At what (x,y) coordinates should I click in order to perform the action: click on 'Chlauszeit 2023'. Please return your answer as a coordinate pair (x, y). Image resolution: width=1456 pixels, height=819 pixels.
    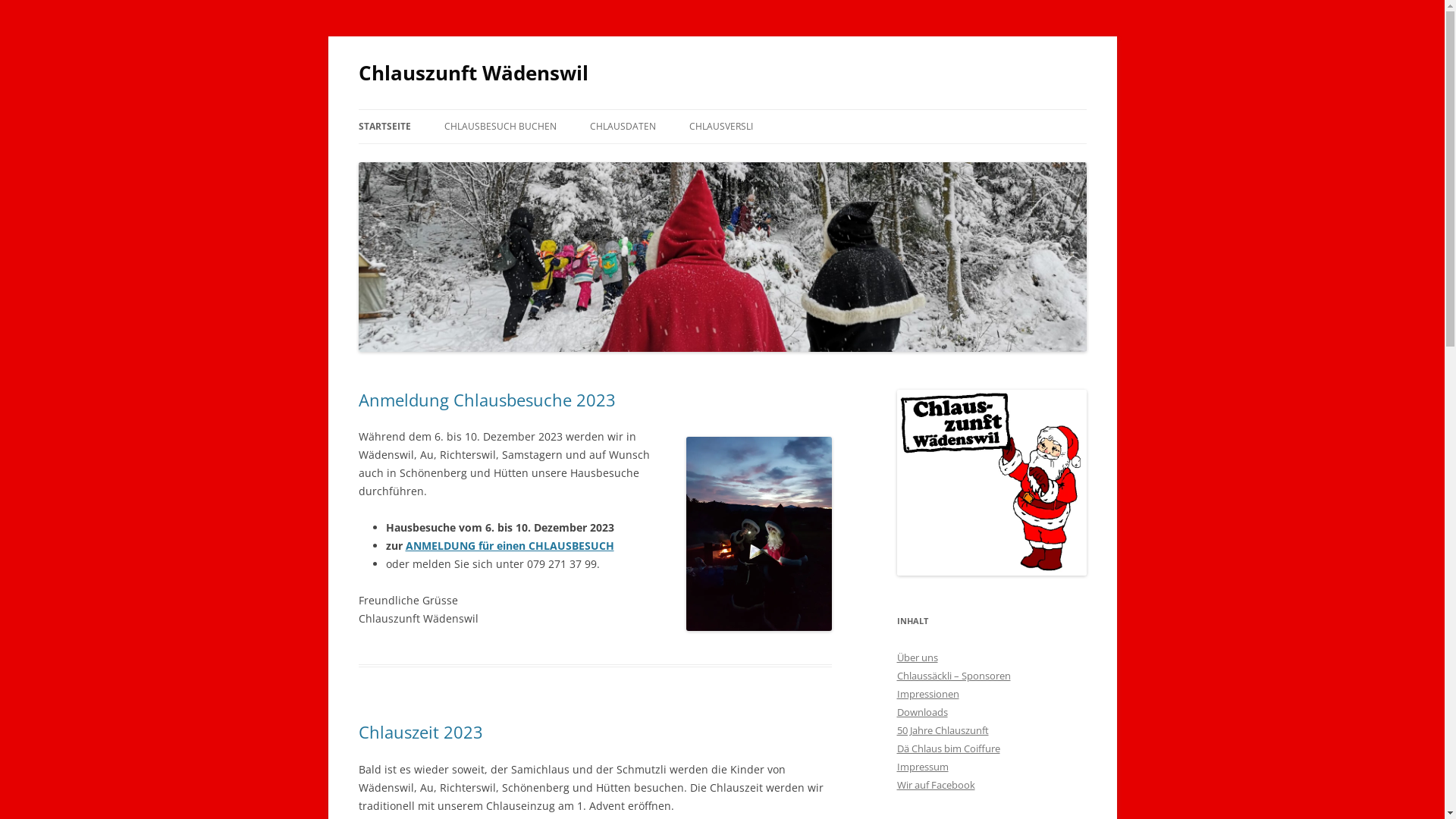
    Looking at the image, I should click on (419, 730).